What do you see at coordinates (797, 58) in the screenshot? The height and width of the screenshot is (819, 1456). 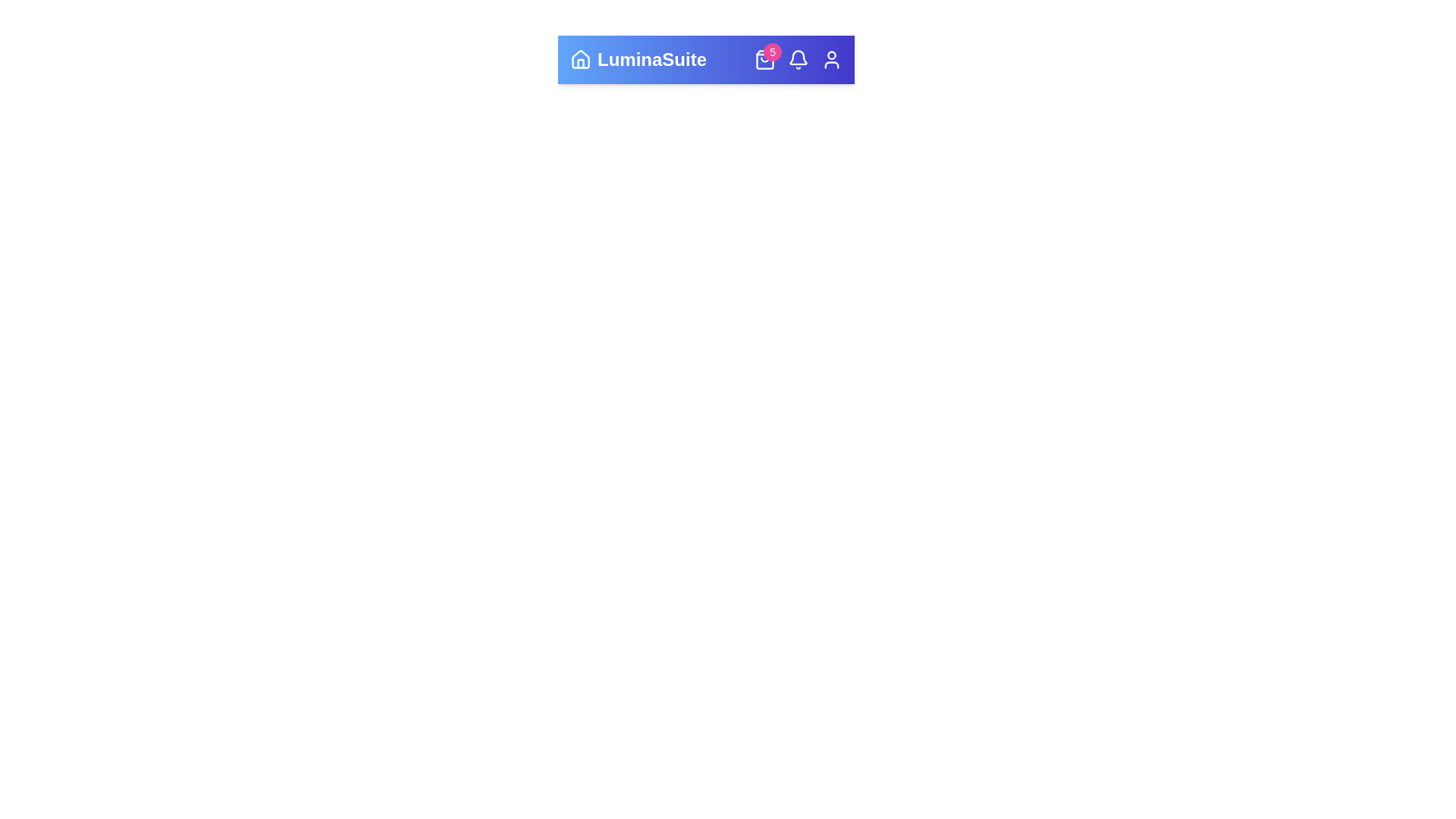 I see `the Bell icon` at bounding box center [797, 58].